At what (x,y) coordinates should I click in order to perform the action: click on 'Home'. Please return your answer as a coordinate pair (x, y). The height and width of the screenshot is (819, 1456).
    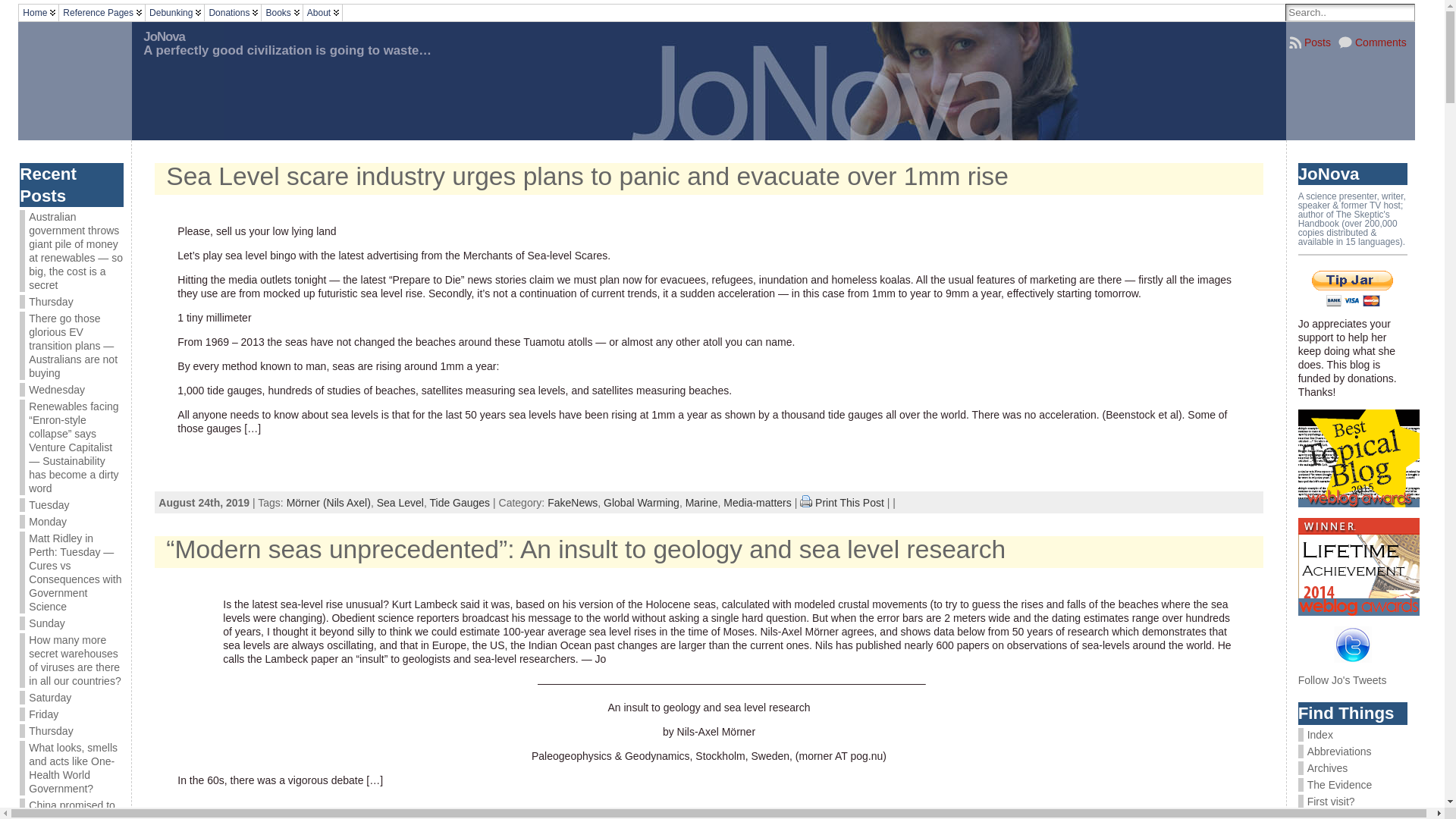
    Looking at the image, I should click on (39, 12).